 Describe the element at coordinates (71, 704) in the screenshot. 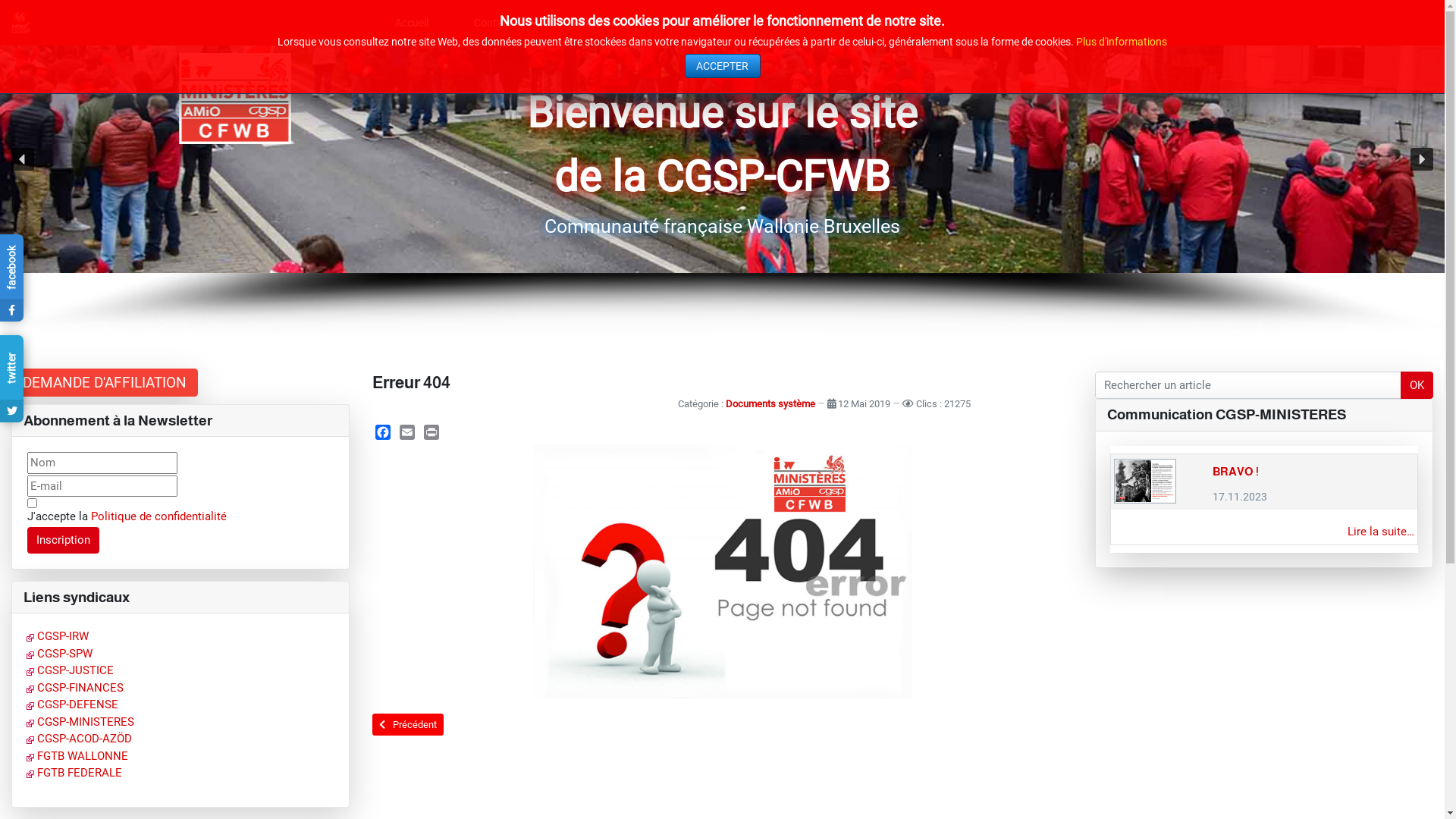

I see `' CGSP-DEFENSE'` at that location.